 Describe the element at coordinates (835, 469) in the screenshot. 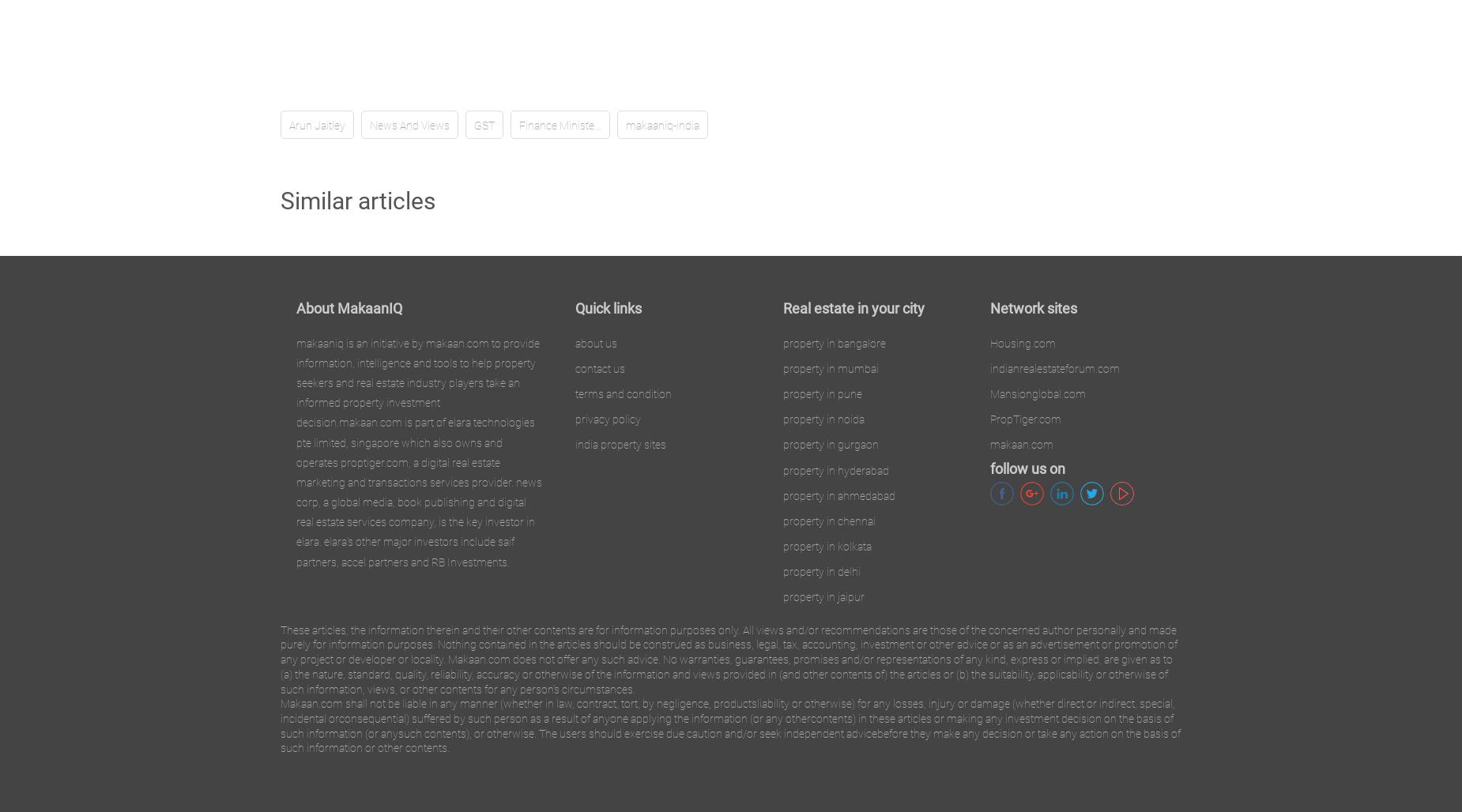

I see `'property in hyderabad'` at that location.